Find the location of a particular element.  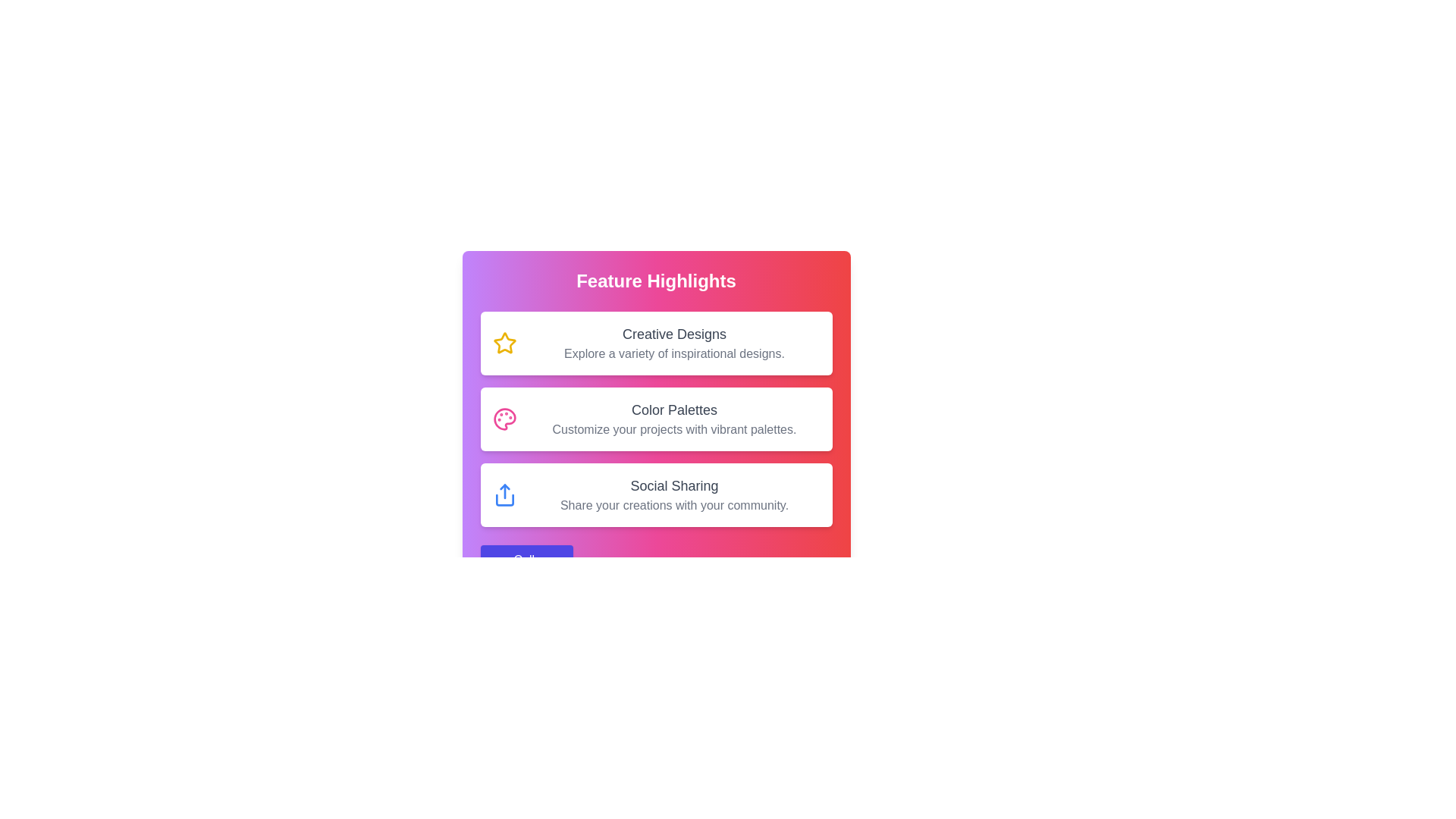

the Text Heading located at the top of the bottom card in the 'Feature Highlights' section is located at coordinates (673, 485).